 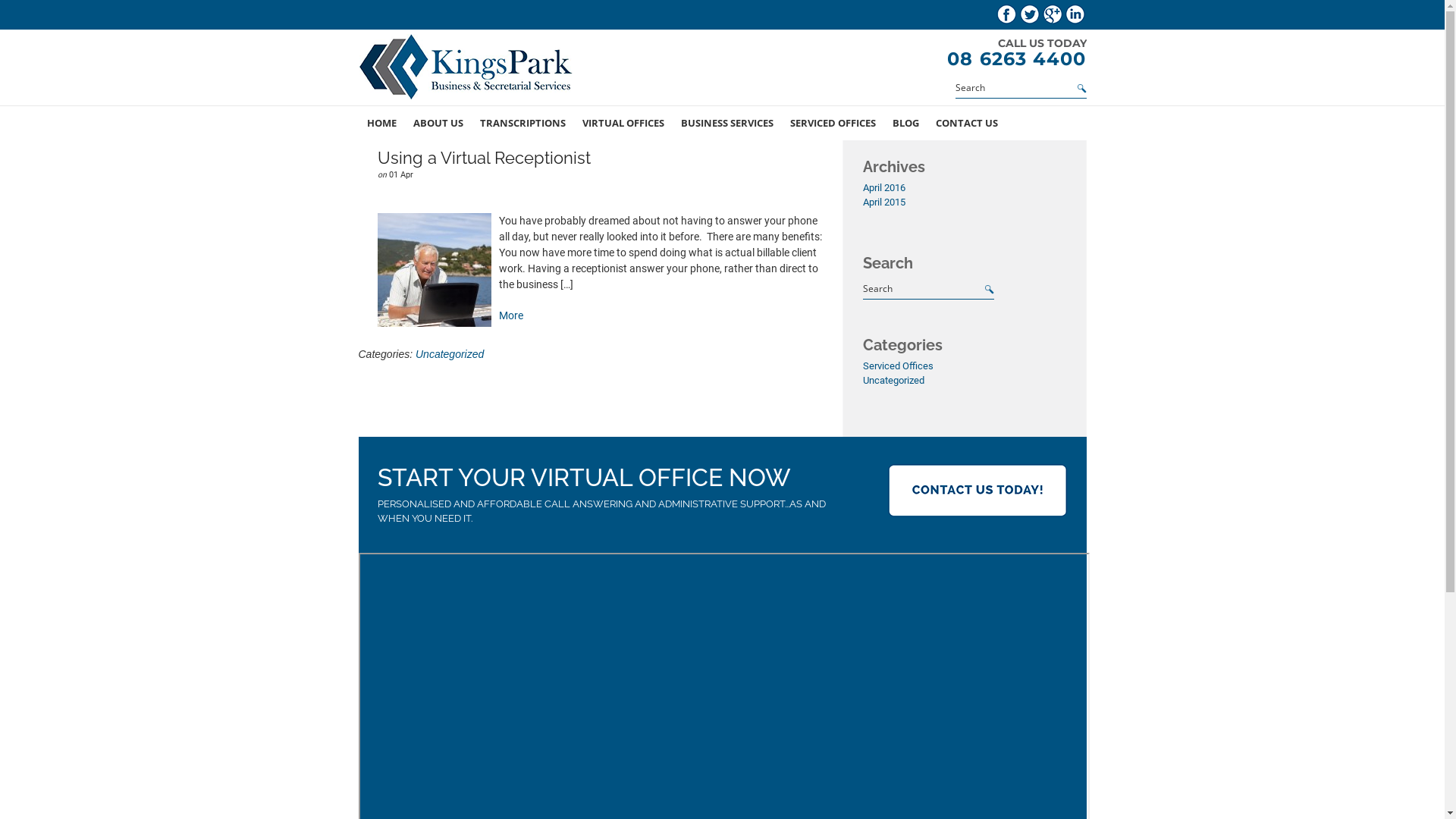 I want to click on 'VIRTUAL OFFICES', so click(x=572, y=122).